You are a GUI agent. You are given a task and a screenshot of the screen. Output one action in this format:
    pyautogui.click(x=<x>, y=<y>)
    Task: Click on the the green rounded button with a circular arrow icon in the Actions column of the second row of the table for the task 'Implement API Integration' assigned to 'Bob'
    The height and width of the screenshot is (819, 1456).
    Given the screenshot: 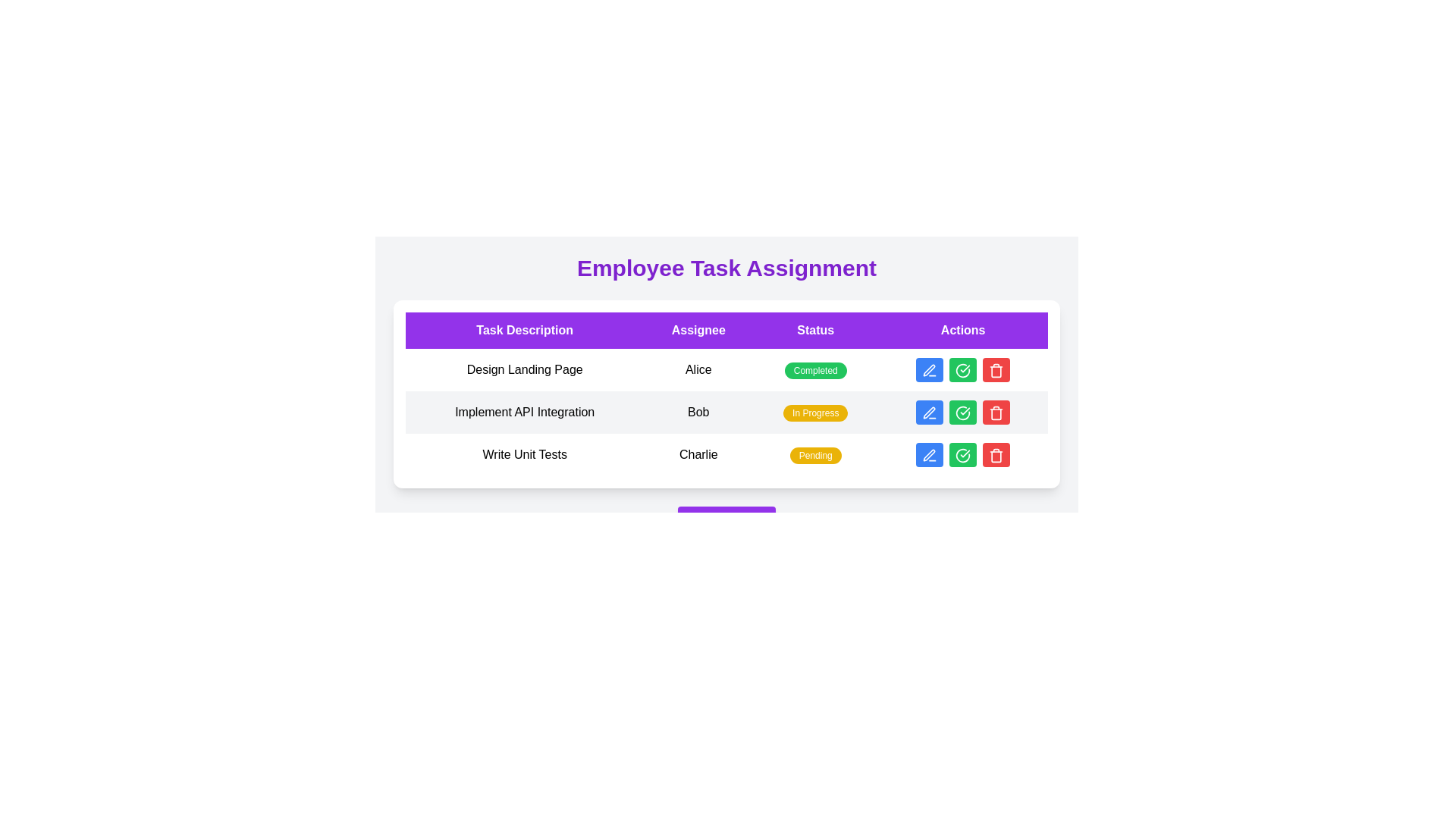 What is the action you would take?
    pyautogui.click(x=962, y=412)
    